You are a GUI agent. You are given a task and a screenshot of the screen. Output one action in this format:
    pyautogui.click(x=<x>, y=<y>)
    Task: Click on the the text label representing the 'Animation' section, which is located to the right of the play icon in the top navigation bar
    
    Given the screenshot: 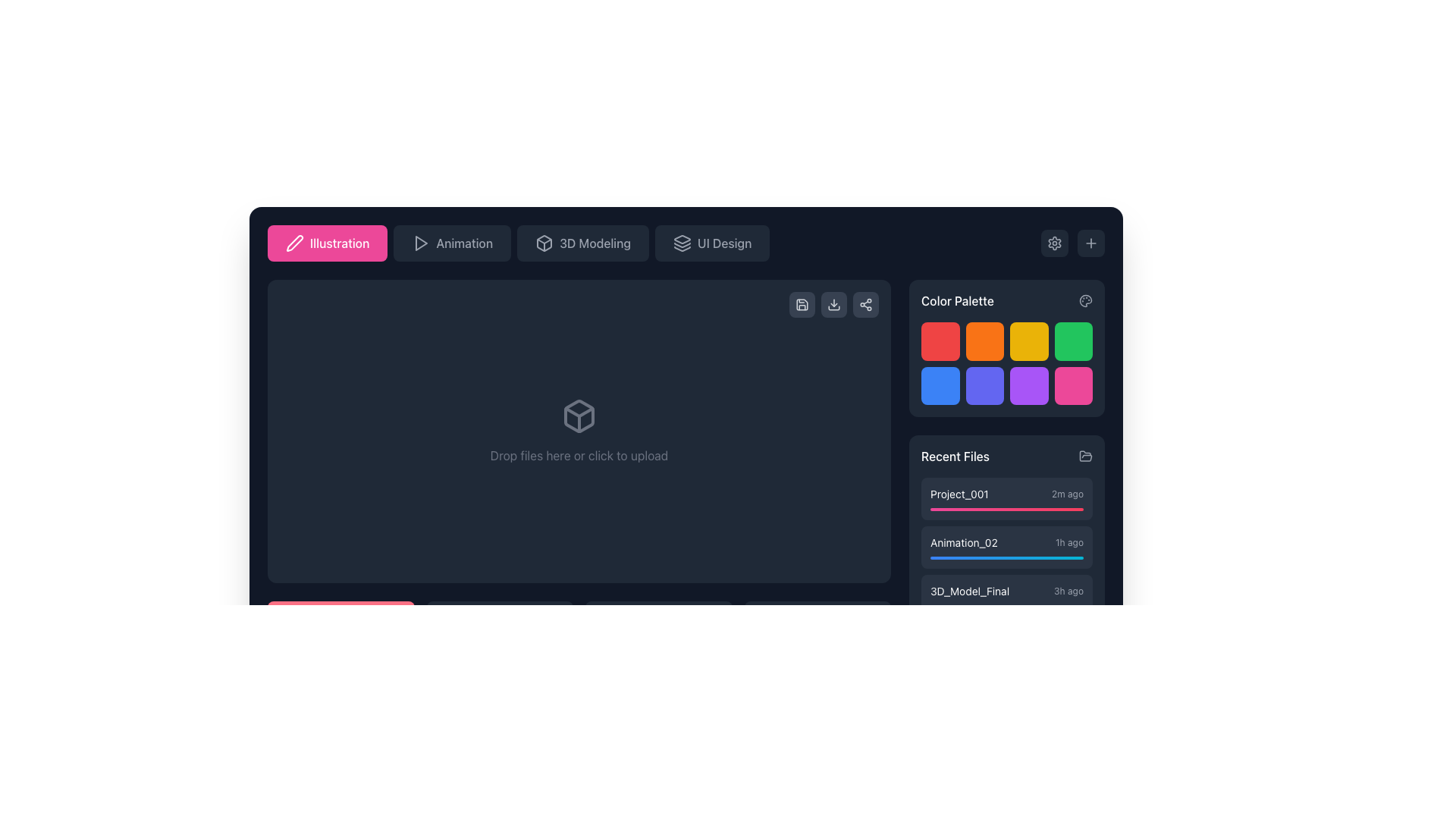 What is the action you would take?
    pyautogui.click(x=463, y=242)
    